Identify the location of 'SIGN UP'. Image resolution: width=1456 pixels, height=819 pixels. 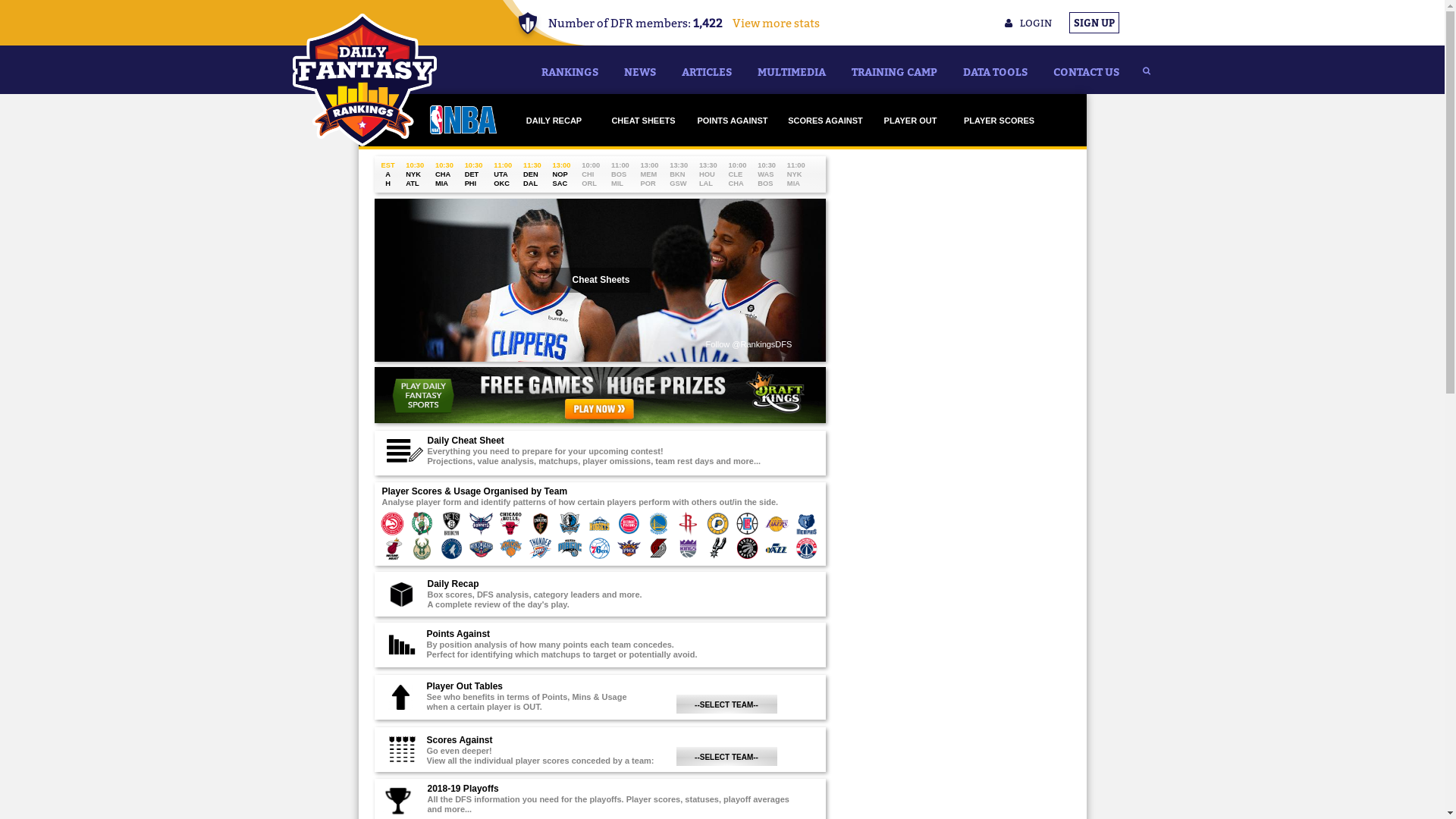
(1094, 23).